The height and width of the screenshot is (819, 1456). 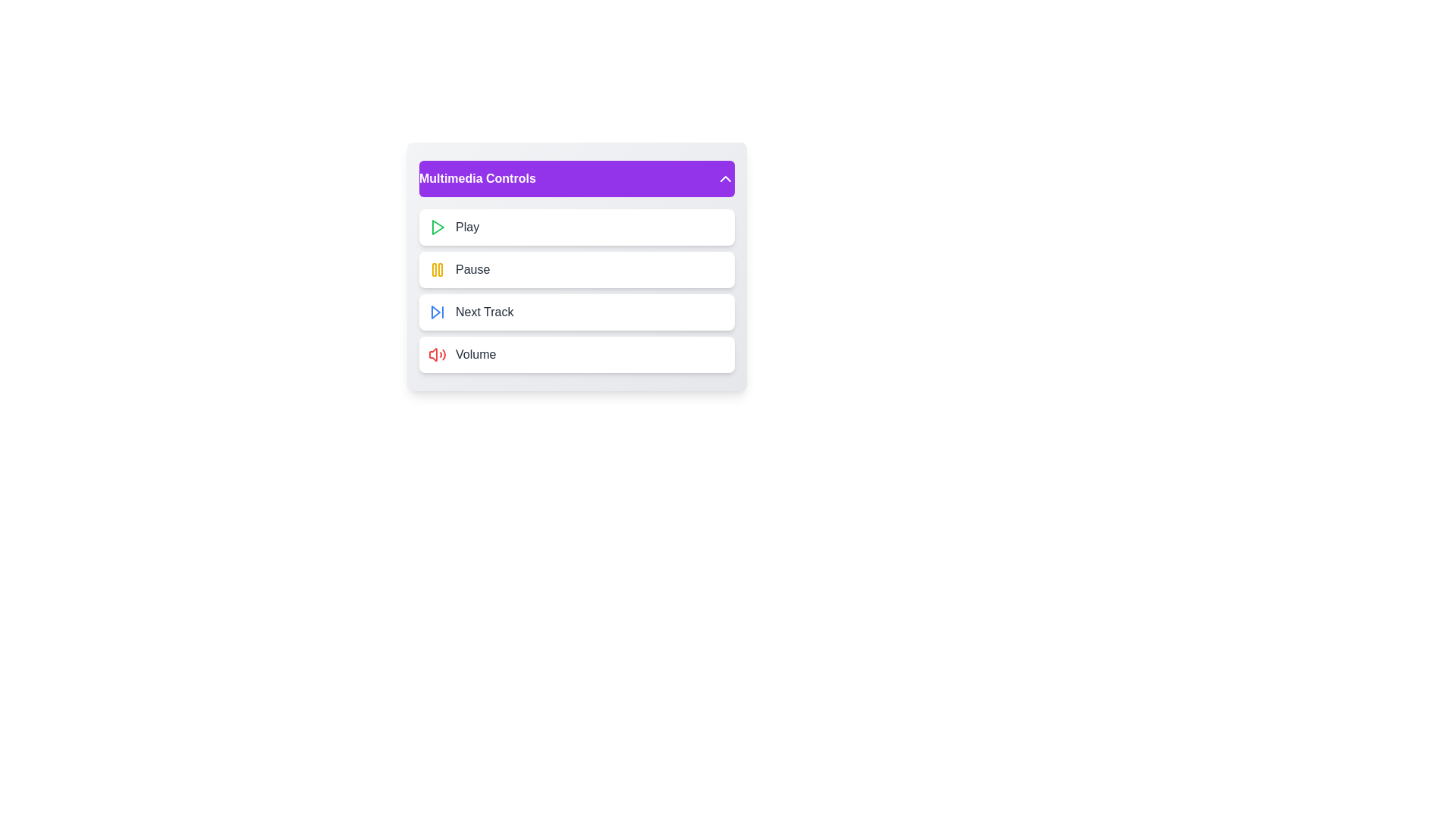 I want to click on the 'Pause' button, so click(x=576, y=268).